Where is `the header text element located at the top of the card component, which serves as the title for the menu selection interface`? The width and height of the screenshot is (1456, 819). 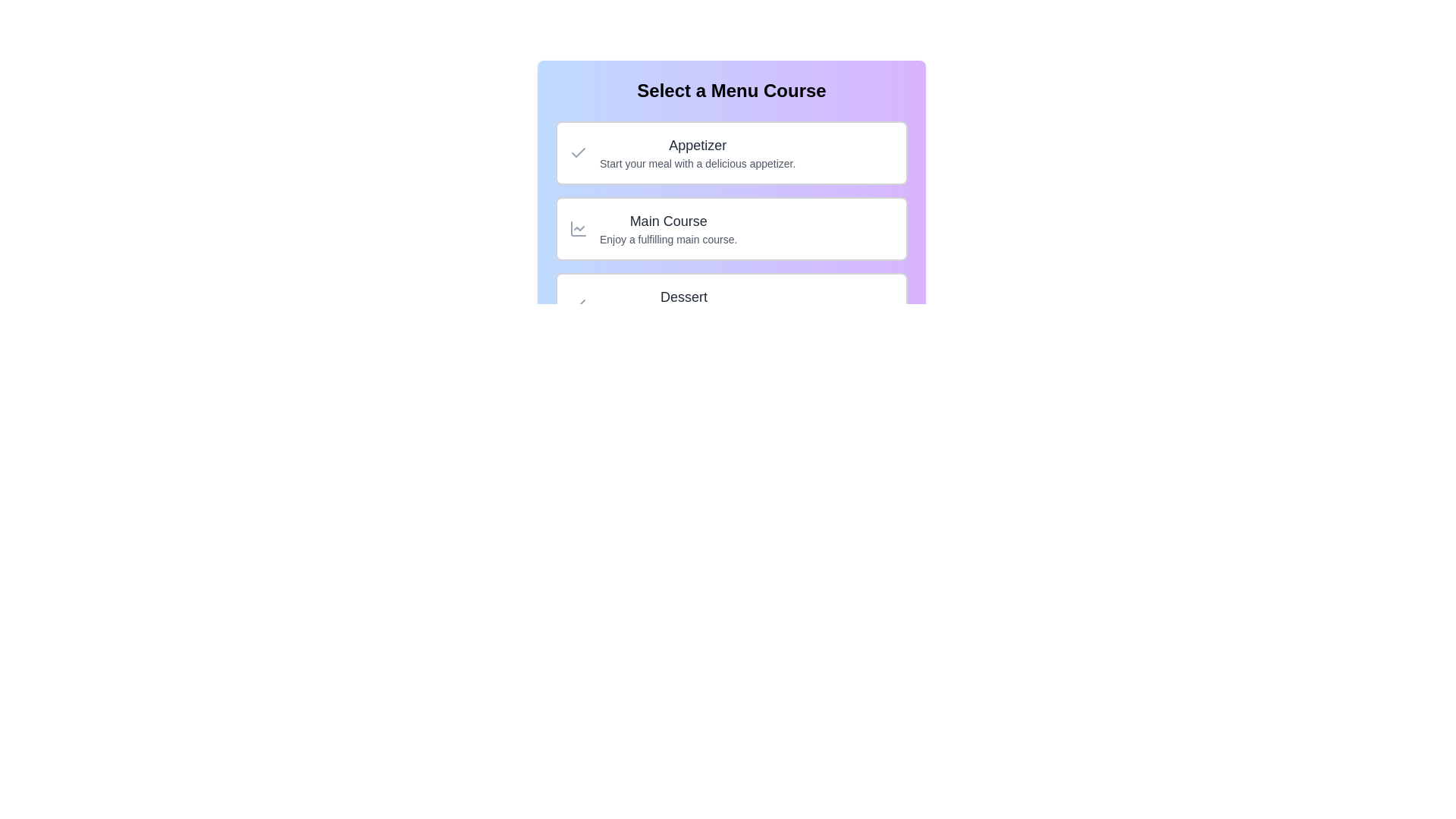
the header text element located at the top of the card component, which serves as the title for the menu selection interface is located at coordinates (731, 90).